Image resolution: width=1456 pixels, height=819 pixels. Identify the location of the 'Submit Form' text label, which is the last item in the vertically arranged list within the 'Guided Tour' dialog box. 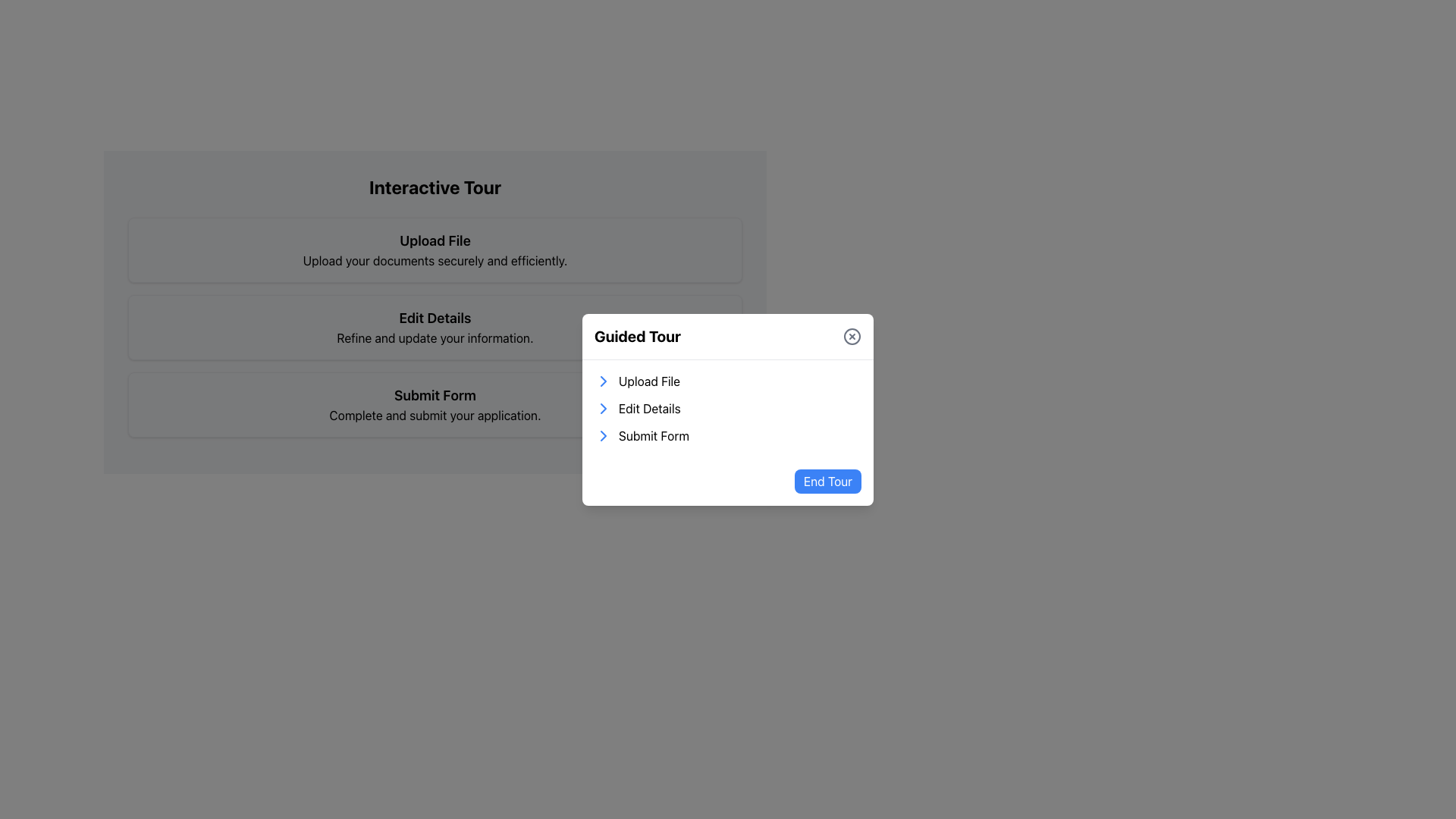
(654, 435).